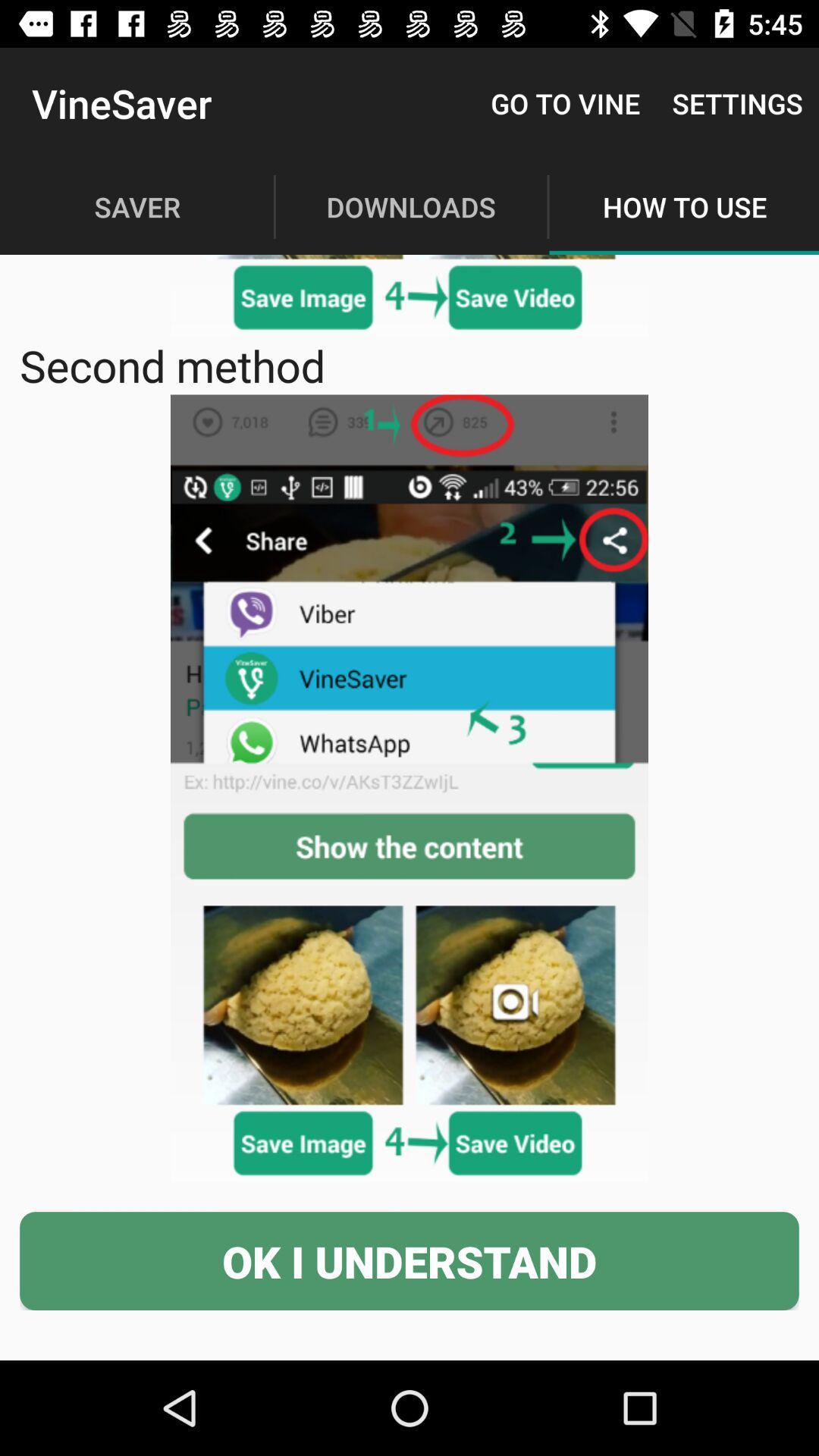 The width and height of the screenshot is (819, 1456). I want to click on icon to the right of the vinesaver icon, so click(565, 102).